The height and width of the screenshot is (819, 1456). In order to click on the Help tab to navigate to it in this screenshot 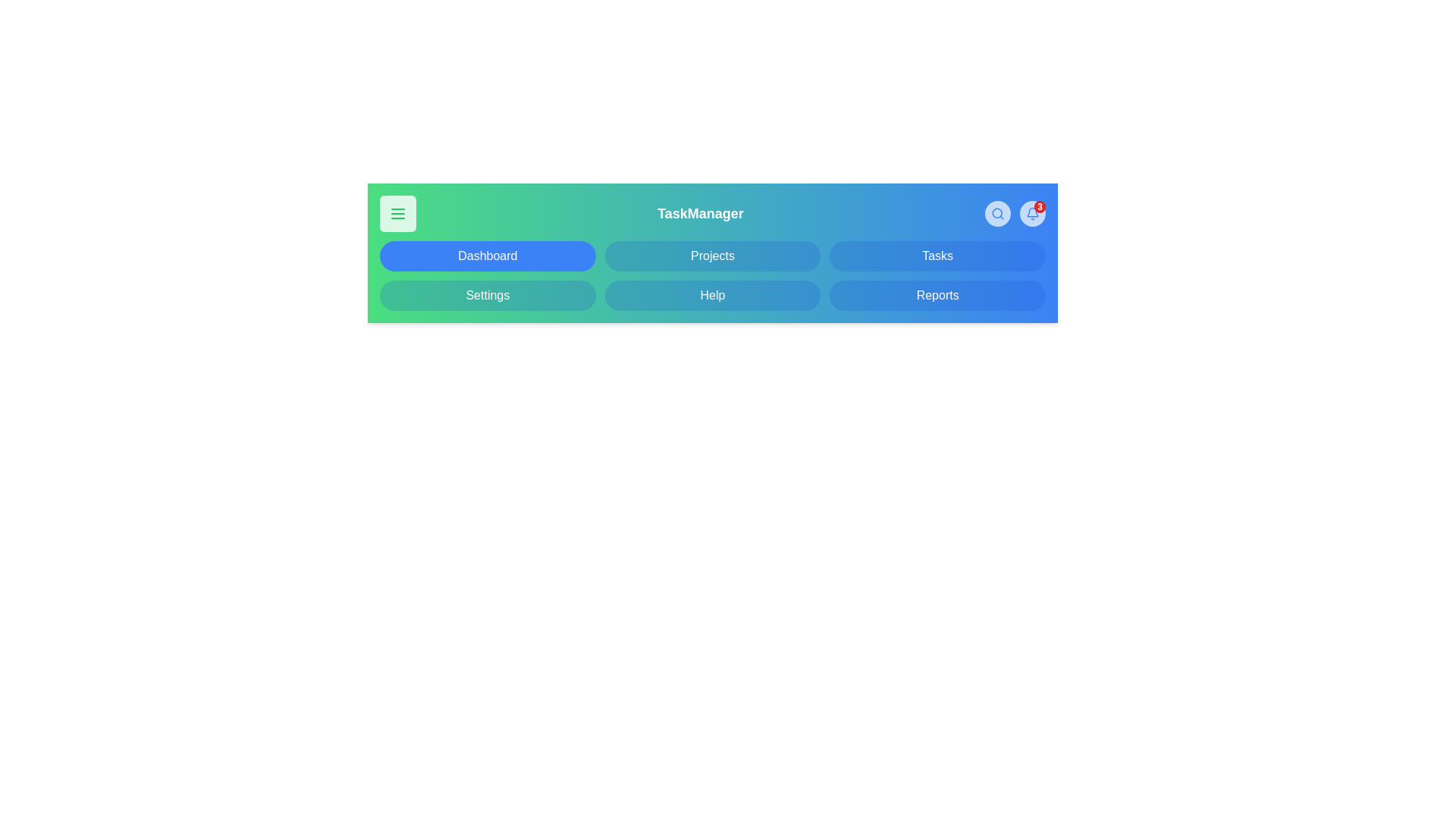, I will do `click(712, 295)`.